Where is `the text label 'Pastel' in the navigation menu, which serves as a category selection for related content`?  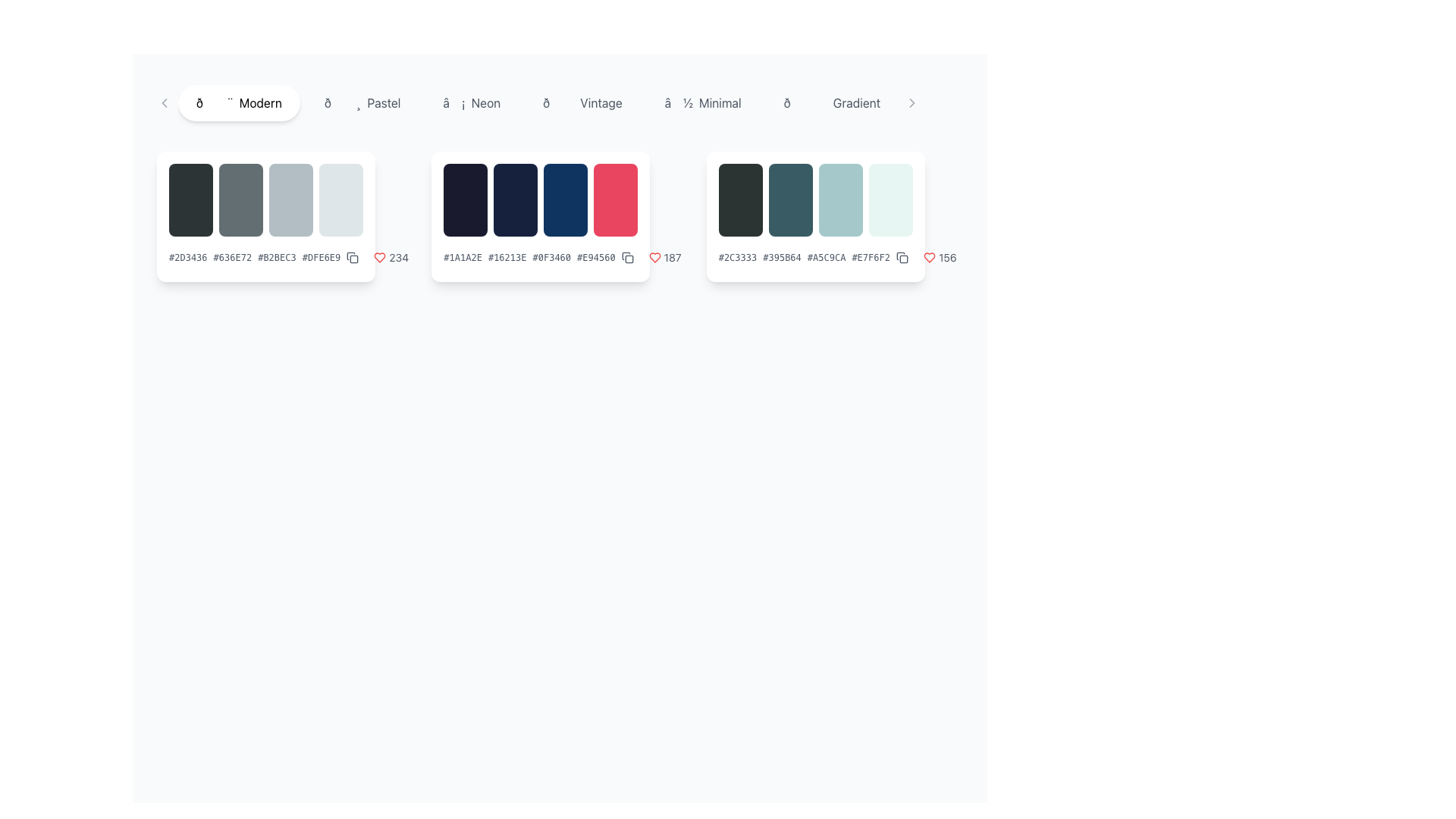 the text label 'Pastel' in the navigation menu, which serves as a category selection for related content is located at coordinates (384, 102).